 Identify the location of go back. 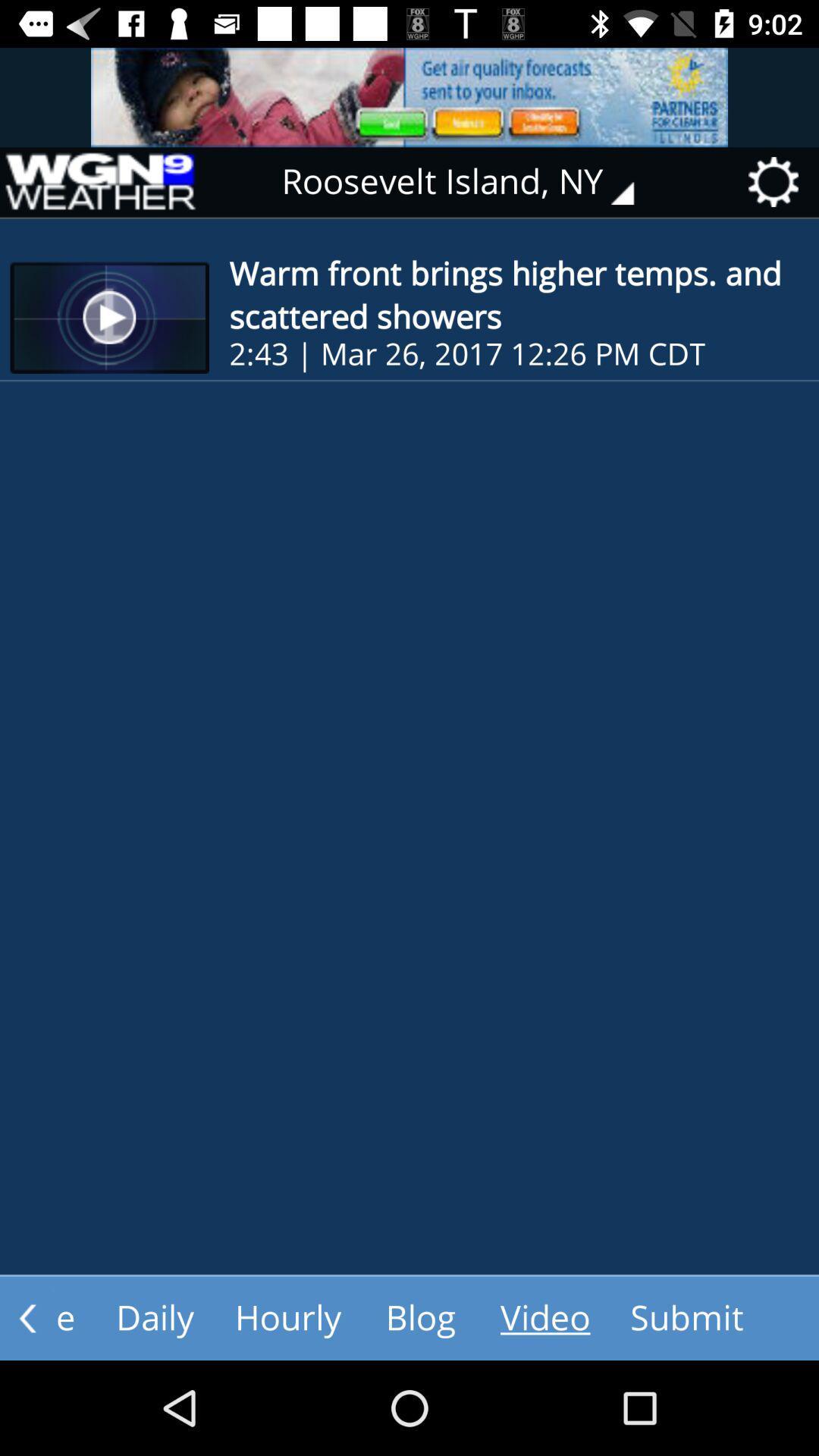
(27, 1317).